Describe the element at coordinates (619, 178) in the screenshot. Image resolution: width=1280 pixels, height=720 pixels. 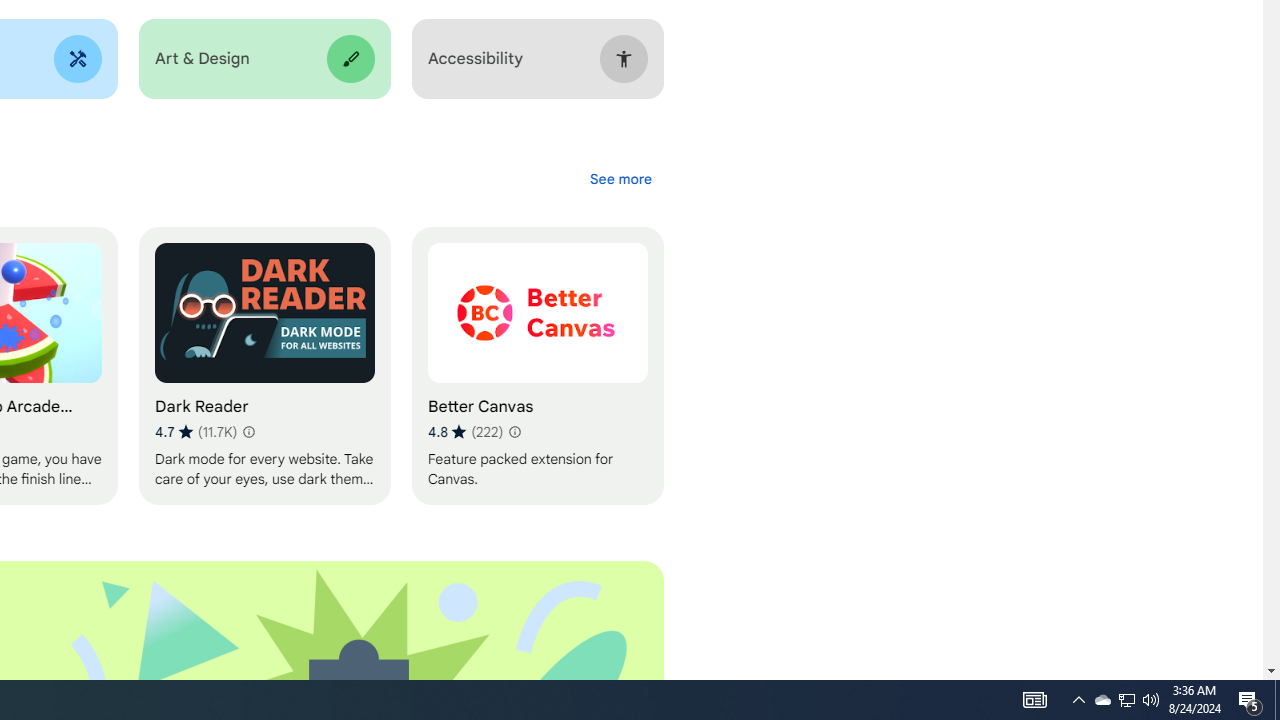
I see `'See more personalized recommendations'` at that location.